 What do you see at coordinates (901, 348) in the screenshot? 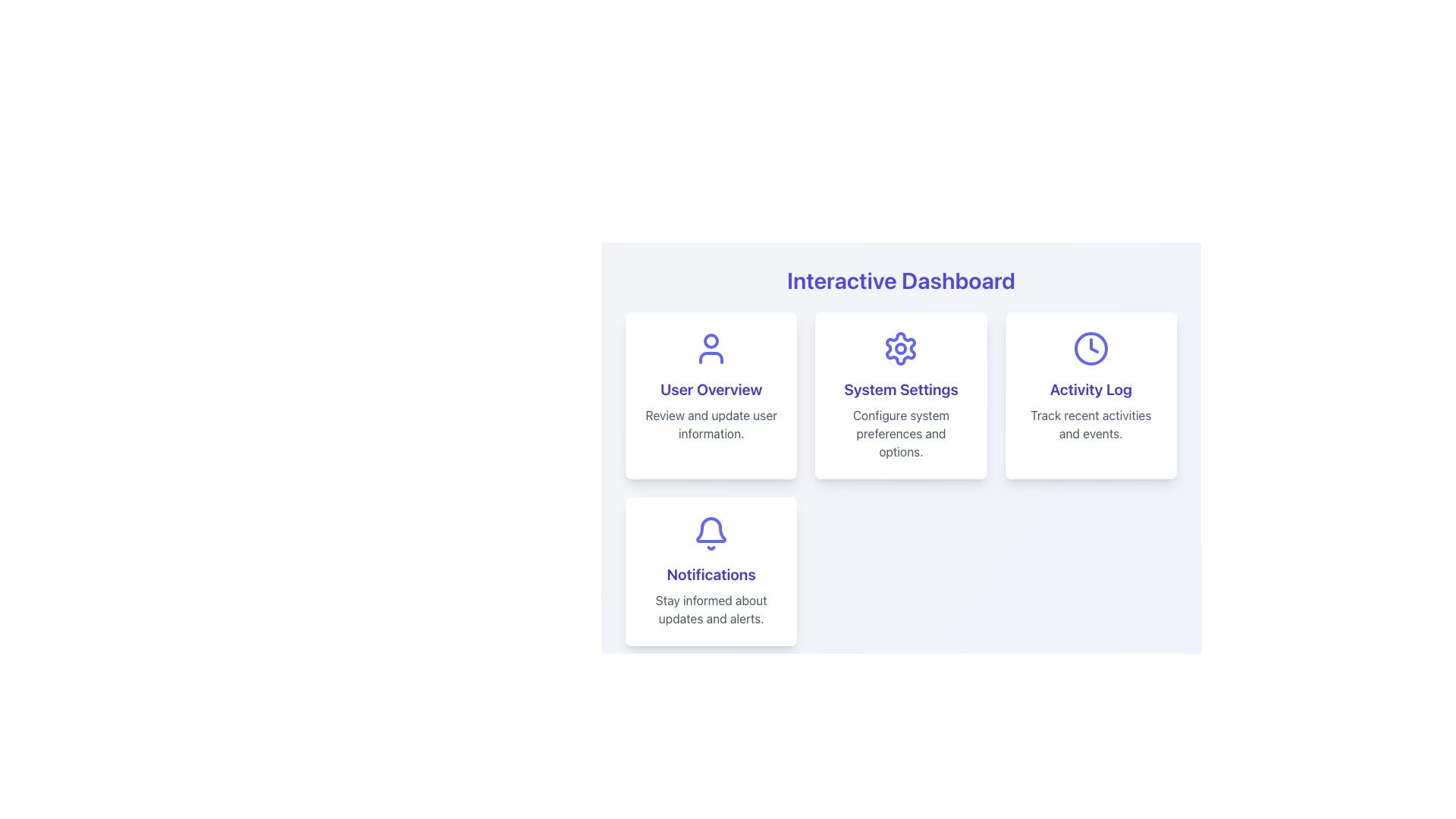
I see `the small circular shape located within the gear icon in the 'System Settings' section on the dashboard` at bounding box center [901, 348].